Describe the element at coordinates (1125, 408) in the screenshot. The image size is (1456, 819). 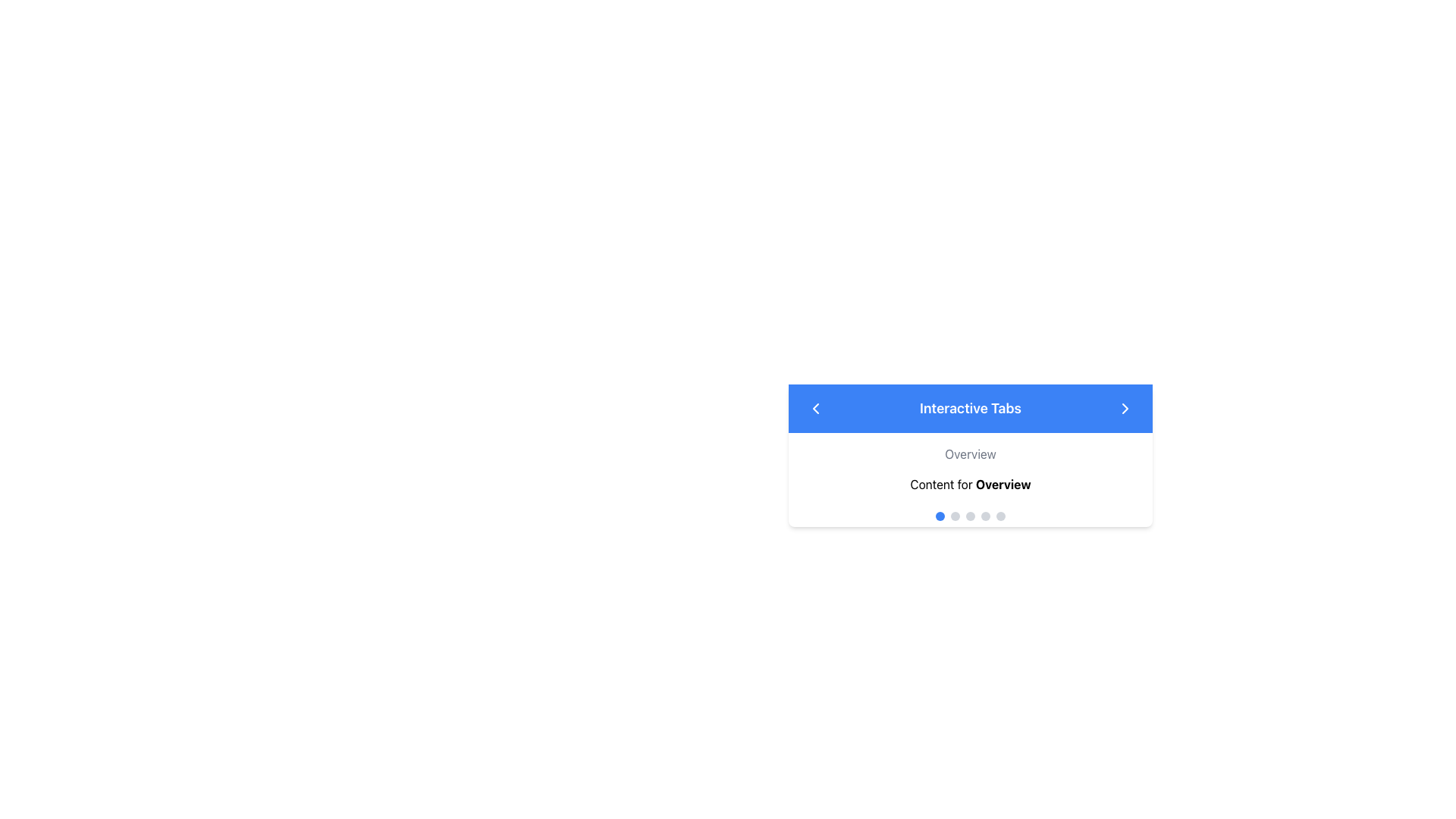
I see `the navigation icon` at that location.